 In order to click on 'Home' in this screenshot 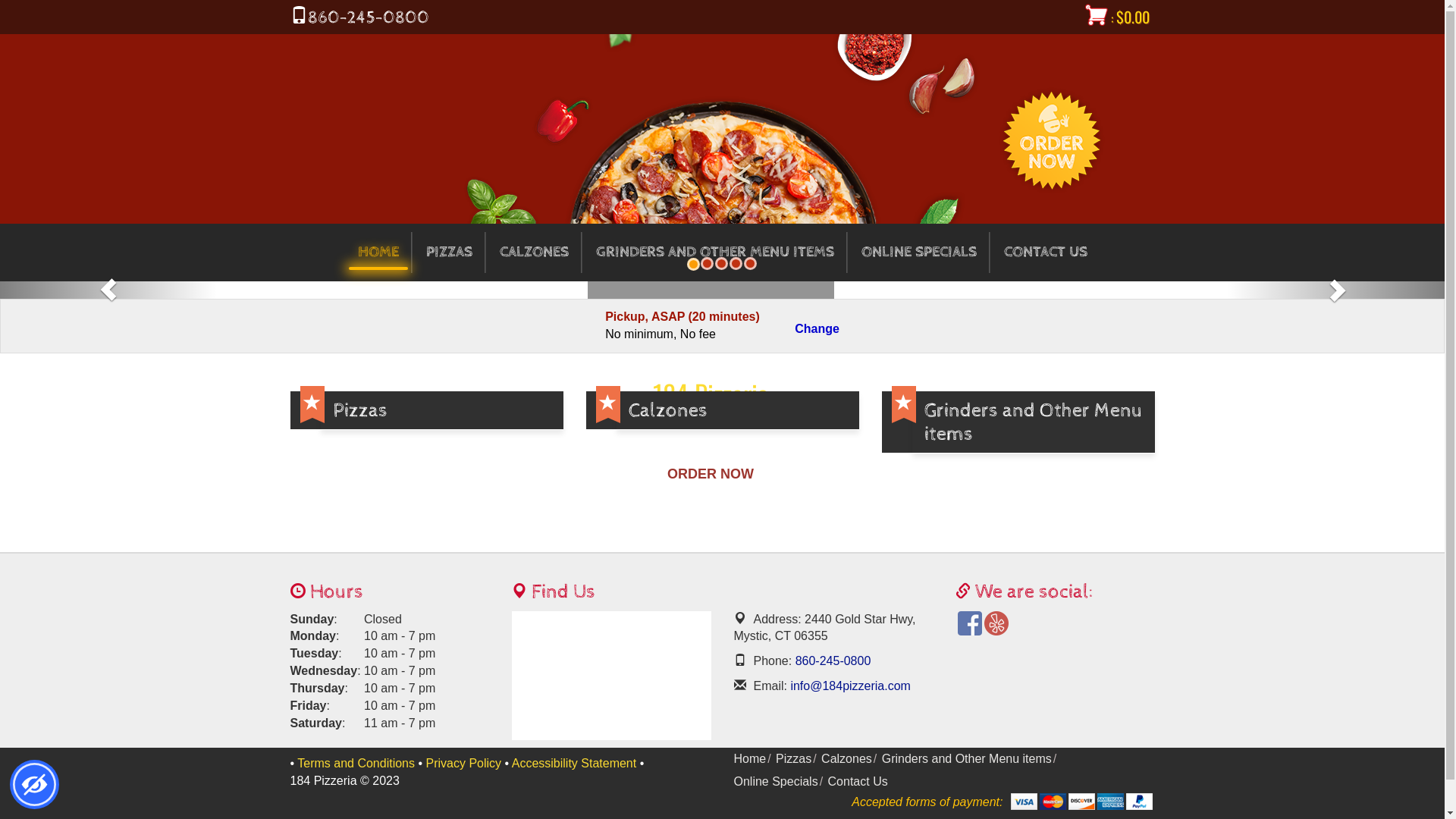, I will do `click(734, 758)`.